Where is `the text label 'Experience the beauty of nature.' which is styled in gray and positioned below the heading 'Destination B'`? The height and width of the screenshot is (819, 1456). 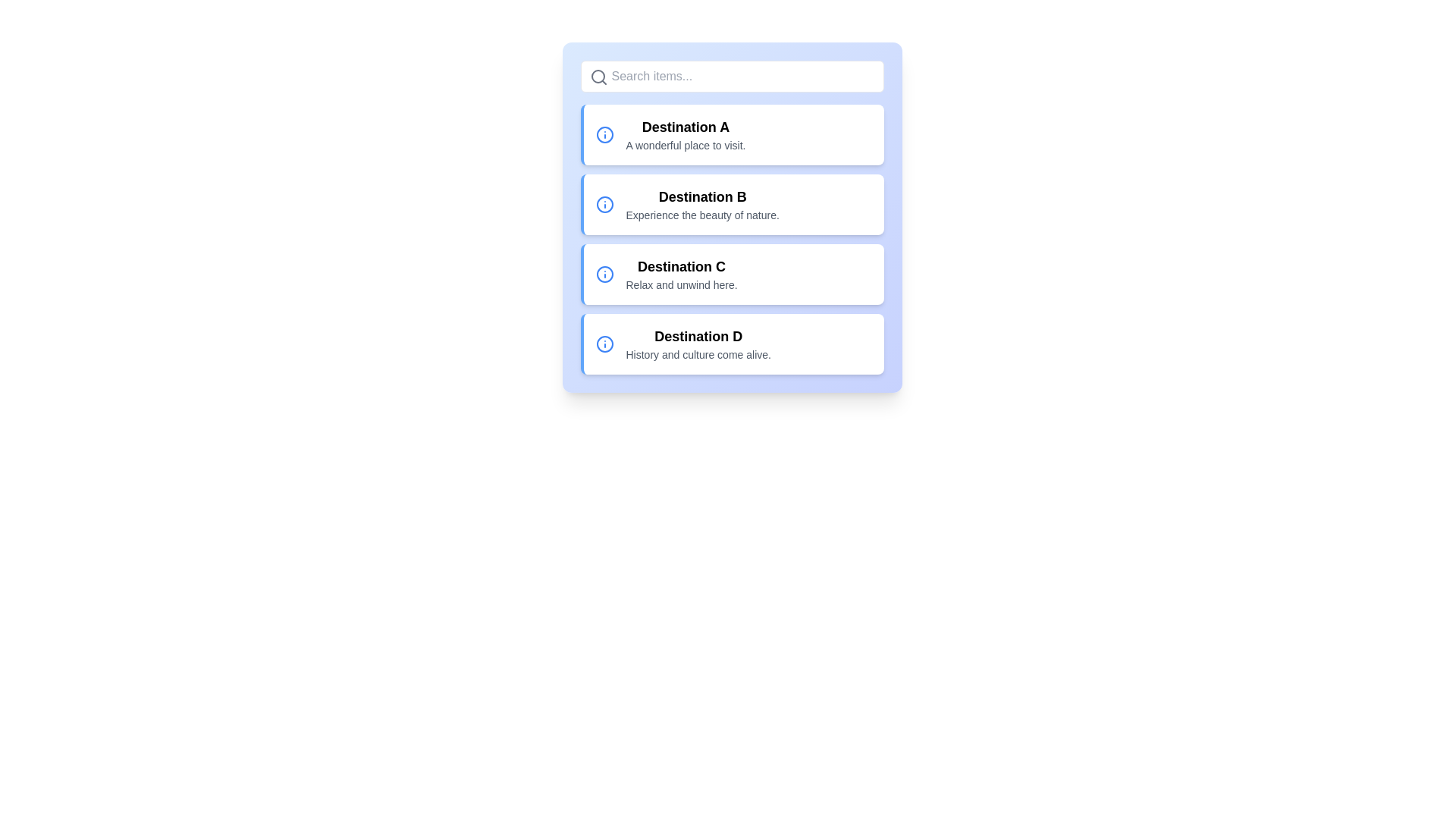
the text label 'Experience the beauty of nature.' which is styled in gray and positioned below the heading 'Destination B' is located at coordinates (701, 215).